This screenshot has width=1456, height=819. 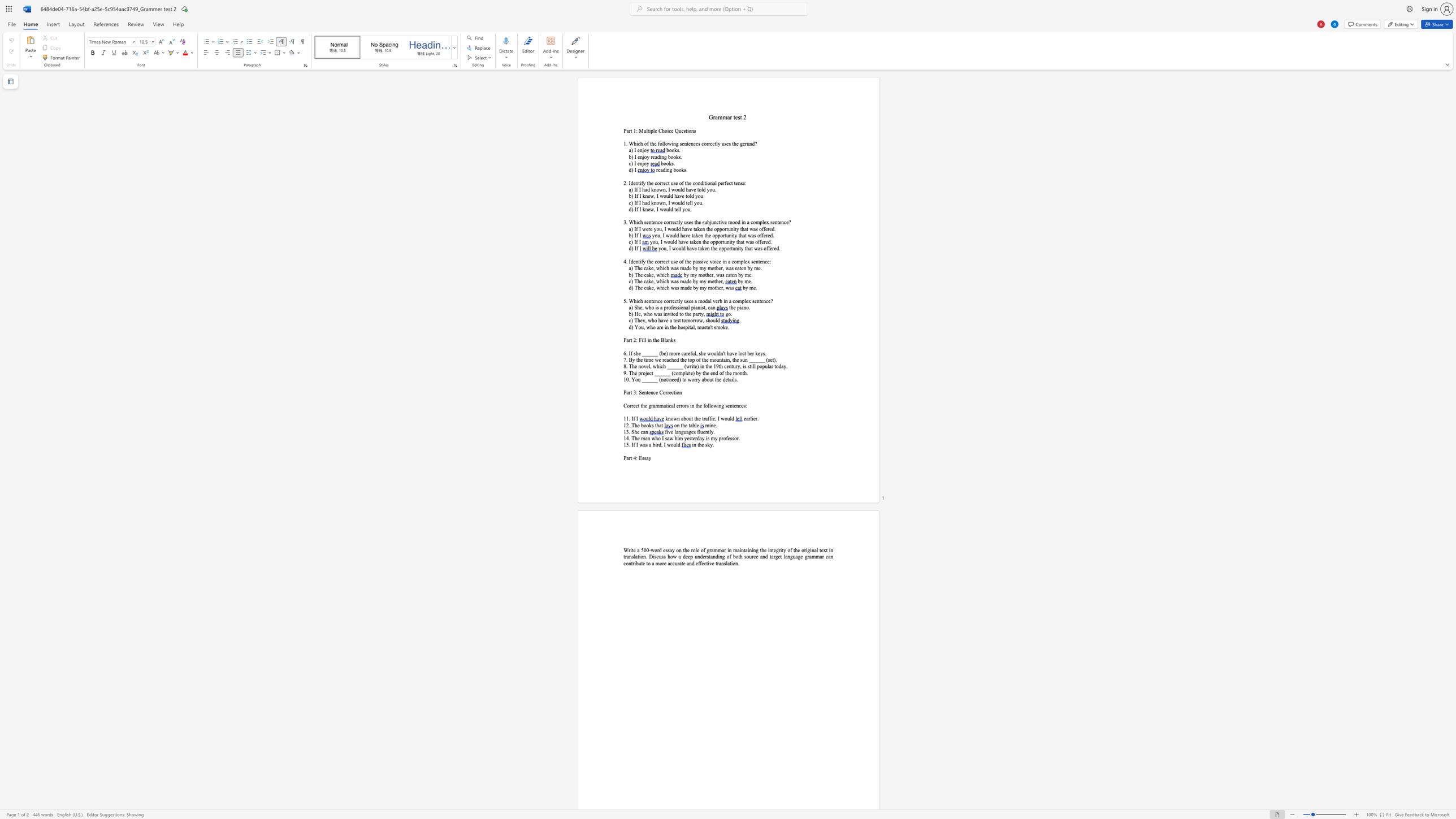 What do you see at coordinates (781, 366) in the screenshot?
I see `the space between the continuous character "d" and "a" in the text` at bounding box center [781, 366].